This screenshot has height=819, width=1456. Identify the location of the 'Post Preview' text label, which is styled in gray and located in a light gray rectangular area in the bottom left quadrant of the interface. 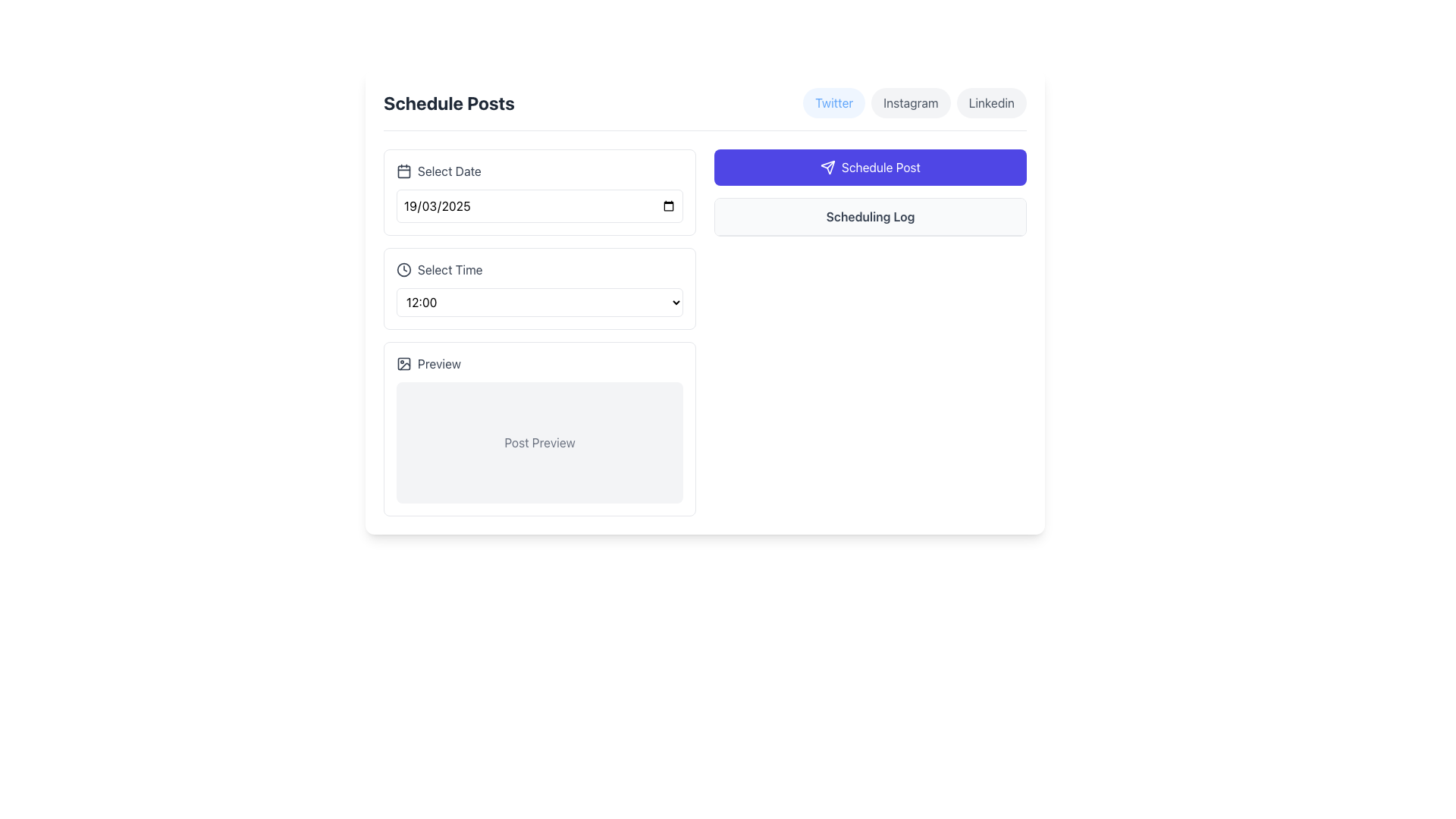
(539, 442).